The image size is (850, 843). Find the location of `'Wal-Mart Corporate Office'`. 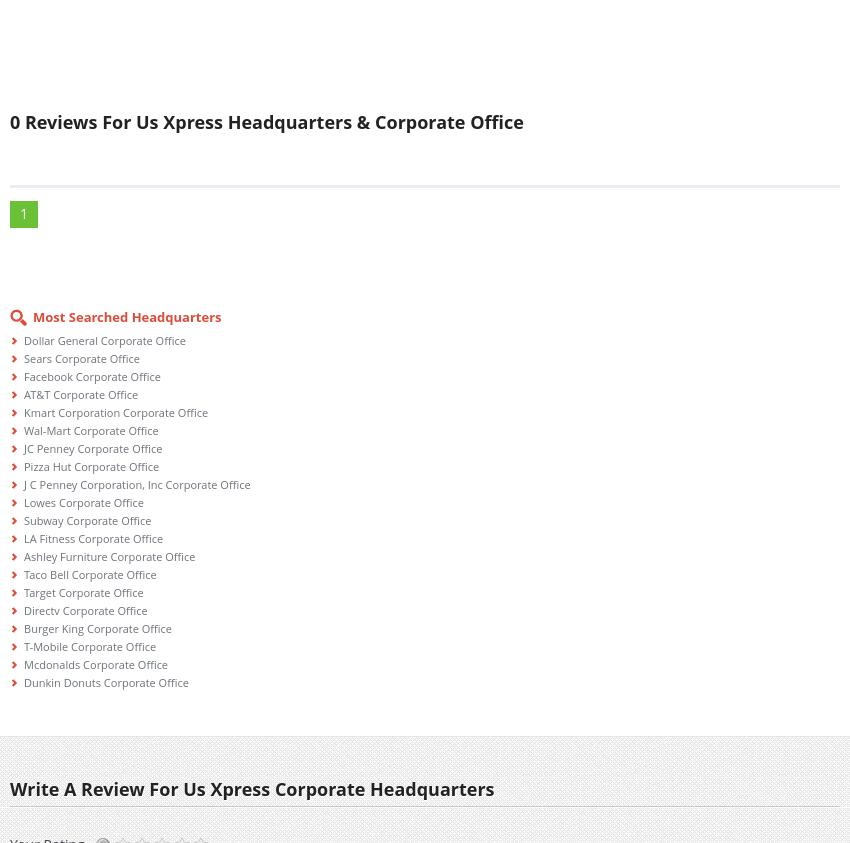

'Wal-Mart Corporate Office' is located at coordinates (90, 430).